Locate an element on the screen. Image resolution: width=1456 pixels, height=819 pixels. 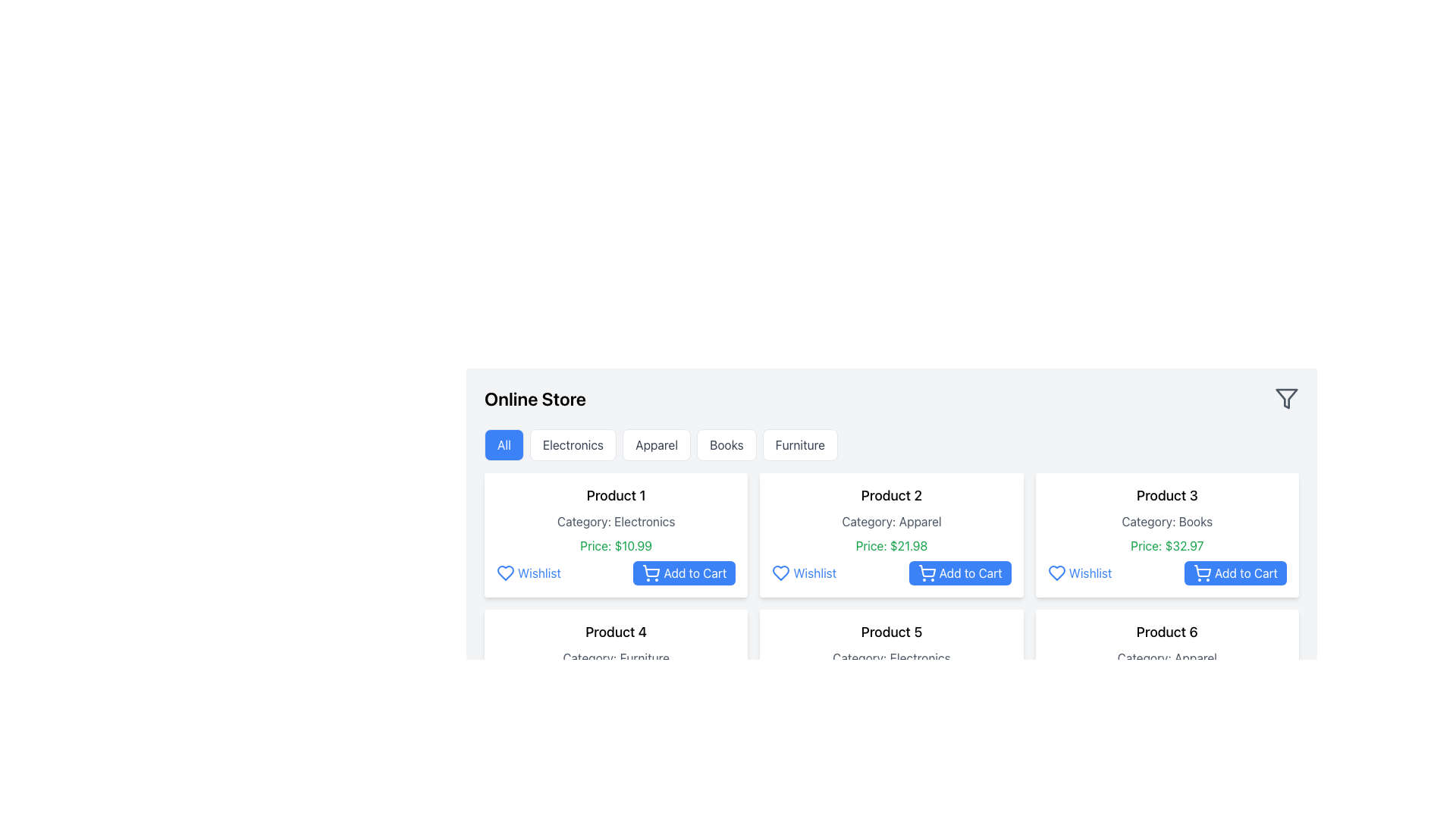
the Text label that serves as the title of the product card, positioned in the second row and third column of the grid is located at coordinates (892, 632).